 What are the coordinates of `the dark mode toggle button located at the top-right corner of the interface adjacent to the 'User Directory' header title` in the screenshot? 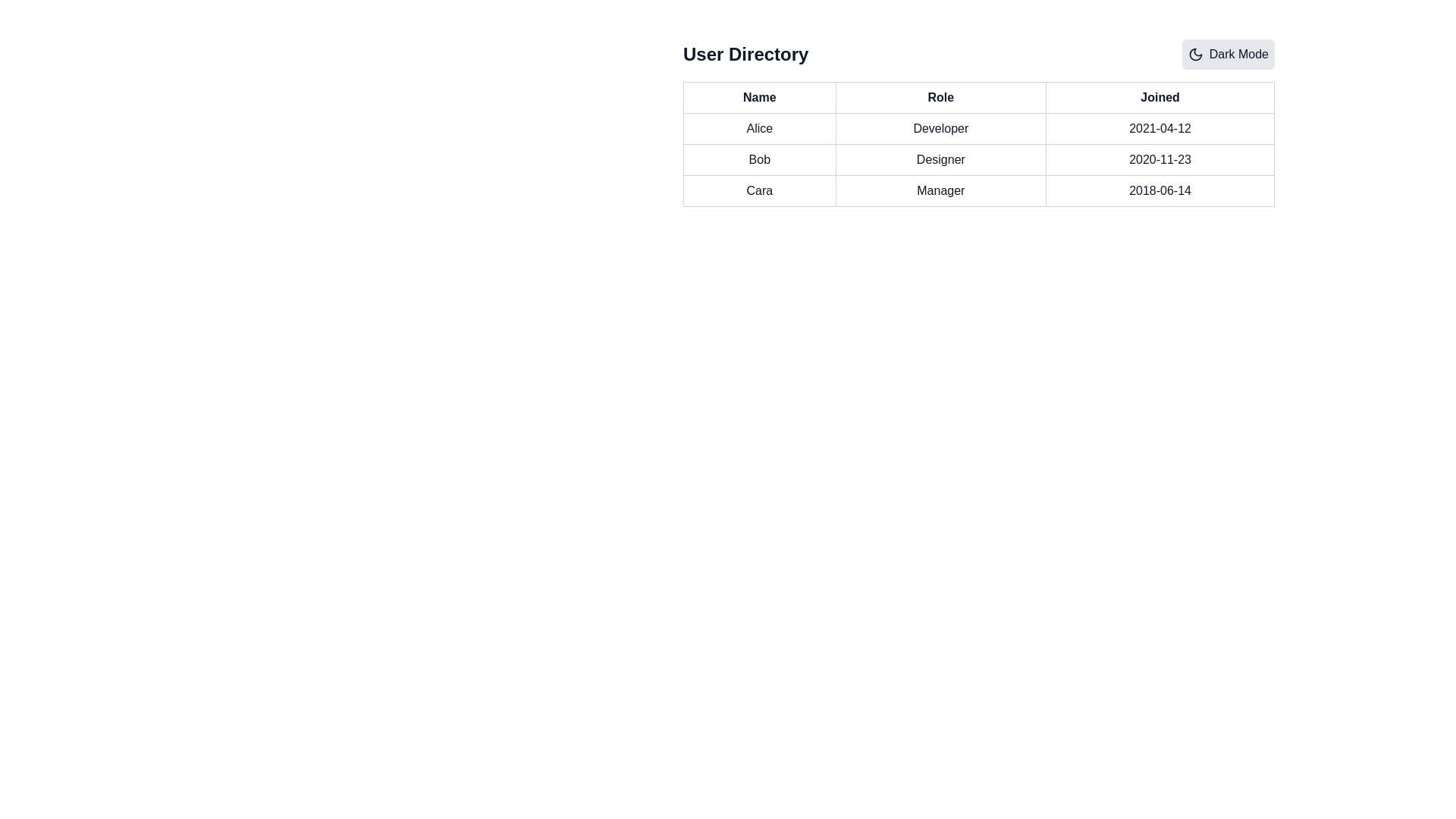 It's located at (1228, 54).